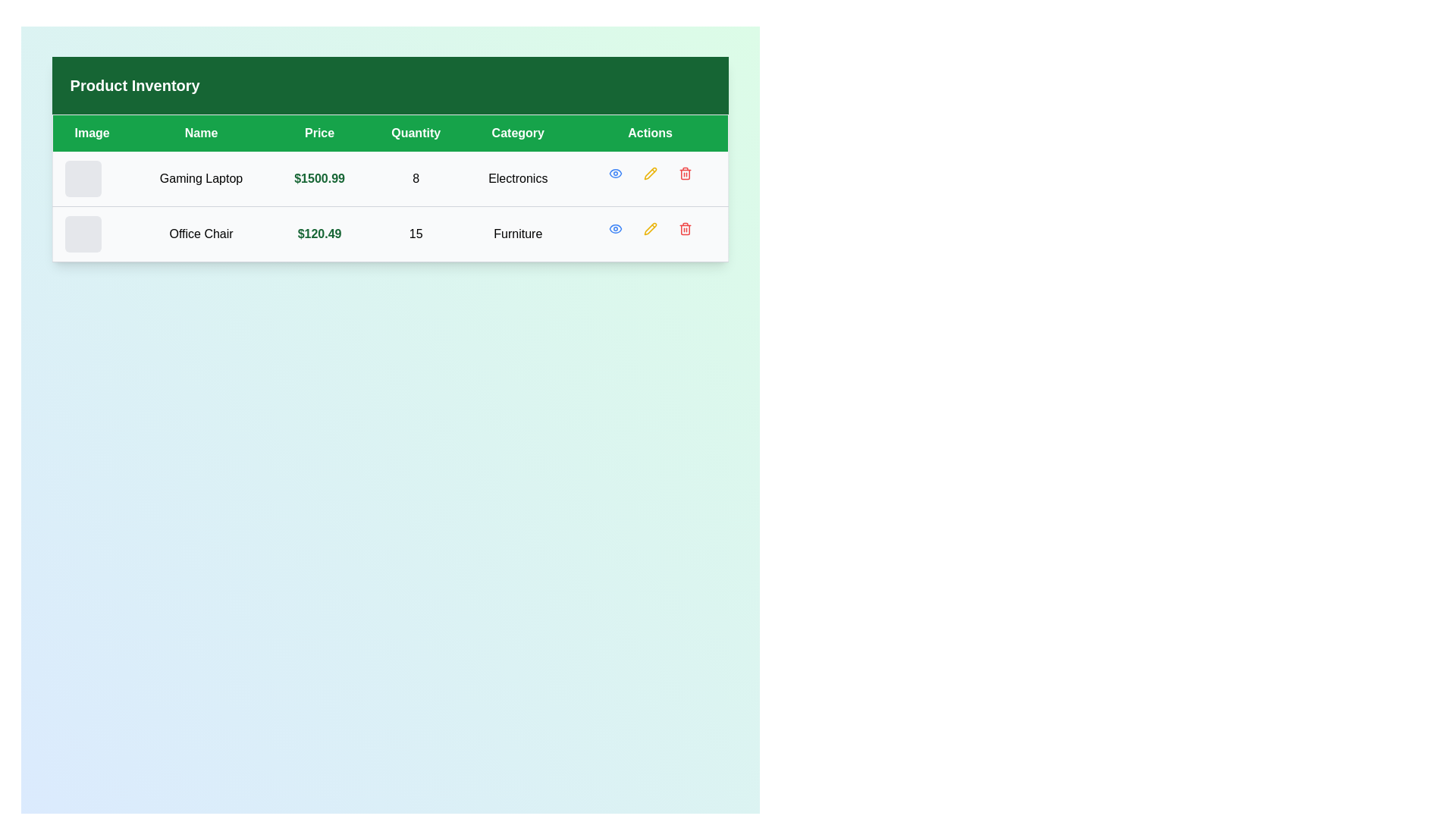 Image resolution: width=1456 pixels, height=819 pixels. What do you see at coordinates (390, 234) in the screenshot?
I see `the second row of the inventory table that represents the product 'Office Chair', located below the row for 'Gaming Laptop'` at bounding box center [390, 234].